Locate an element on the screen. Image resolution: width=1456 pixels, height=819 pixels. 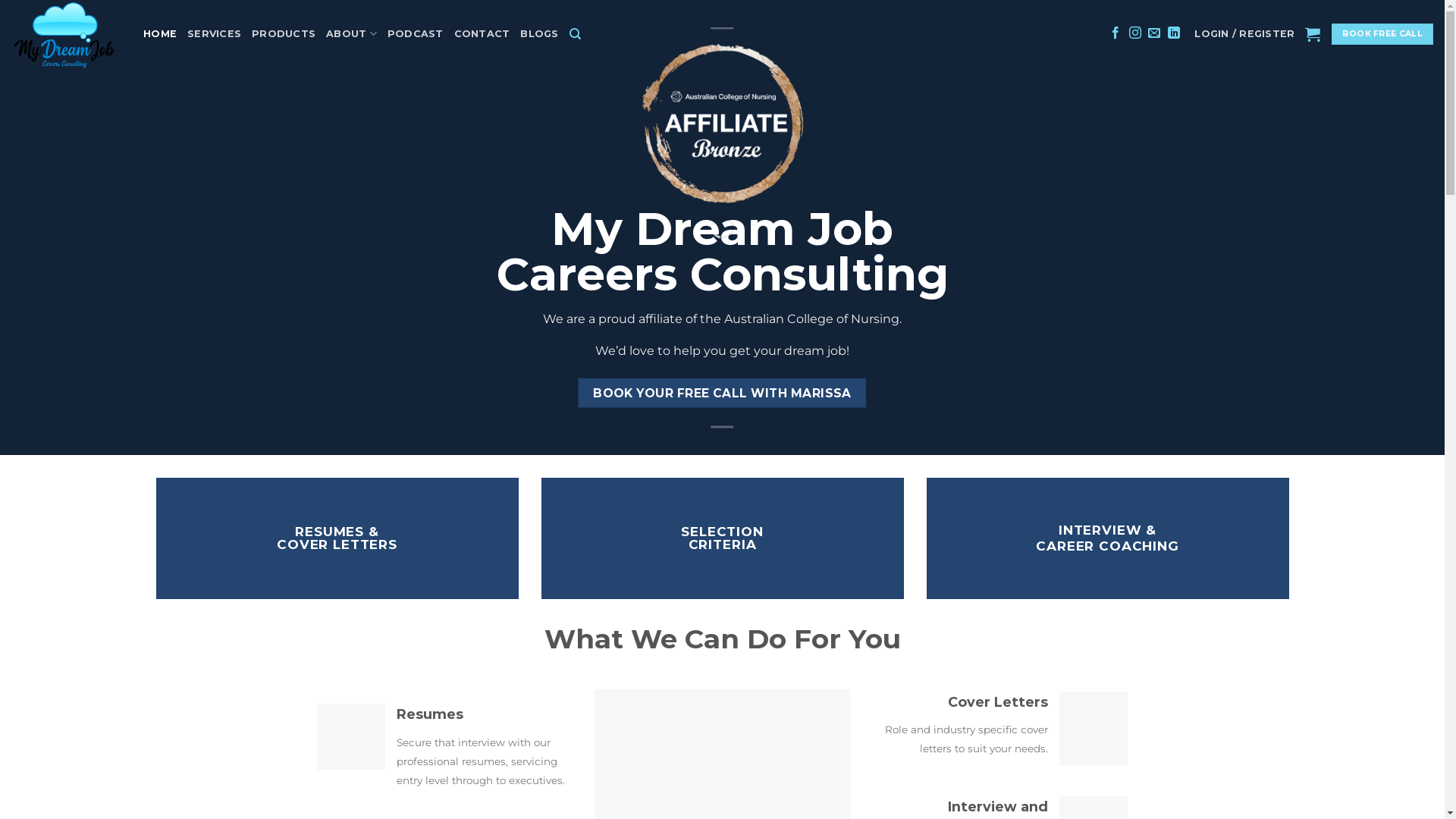
'SERVICES' is located at coordinates (213, 34).